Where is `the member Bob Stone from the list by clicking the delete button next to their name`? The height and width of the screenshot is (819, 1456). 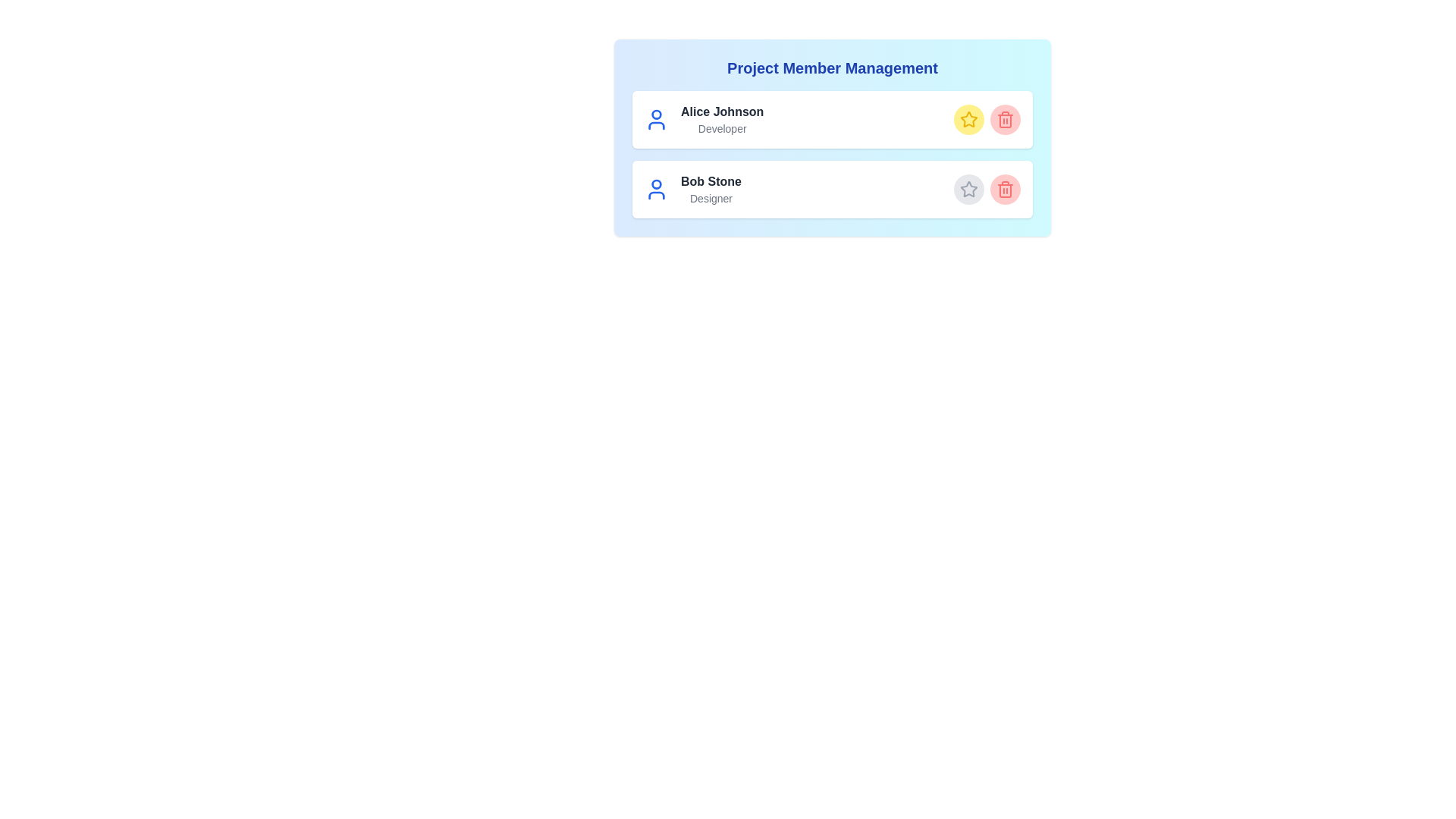 the member Bob Stone from the list by clicking the delete button next to their name is located at coordinates (1005, 189).